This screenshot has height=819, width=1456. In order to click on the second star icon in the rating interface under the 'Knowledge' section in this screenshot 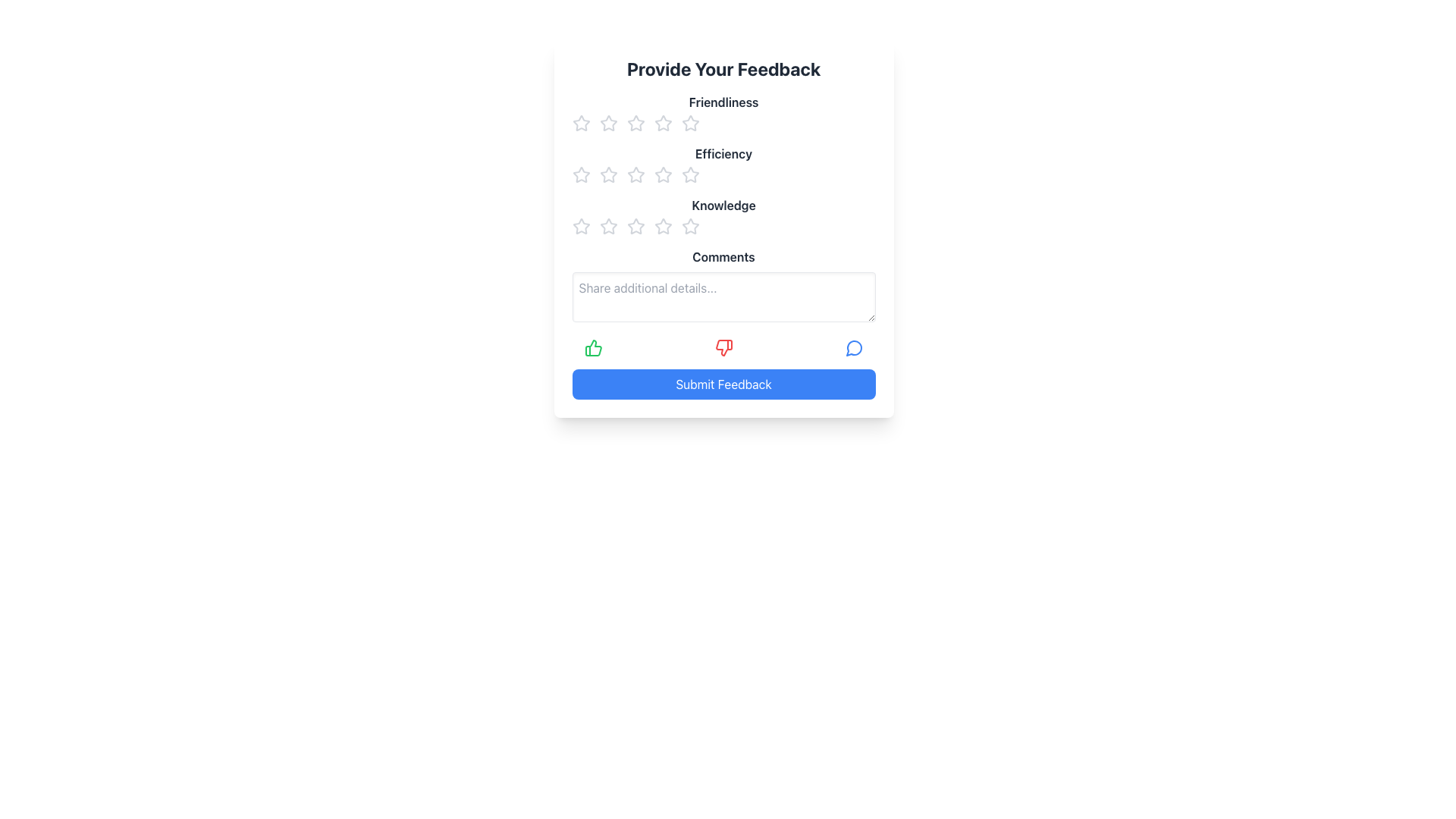, I will do `click(608, 226)`.